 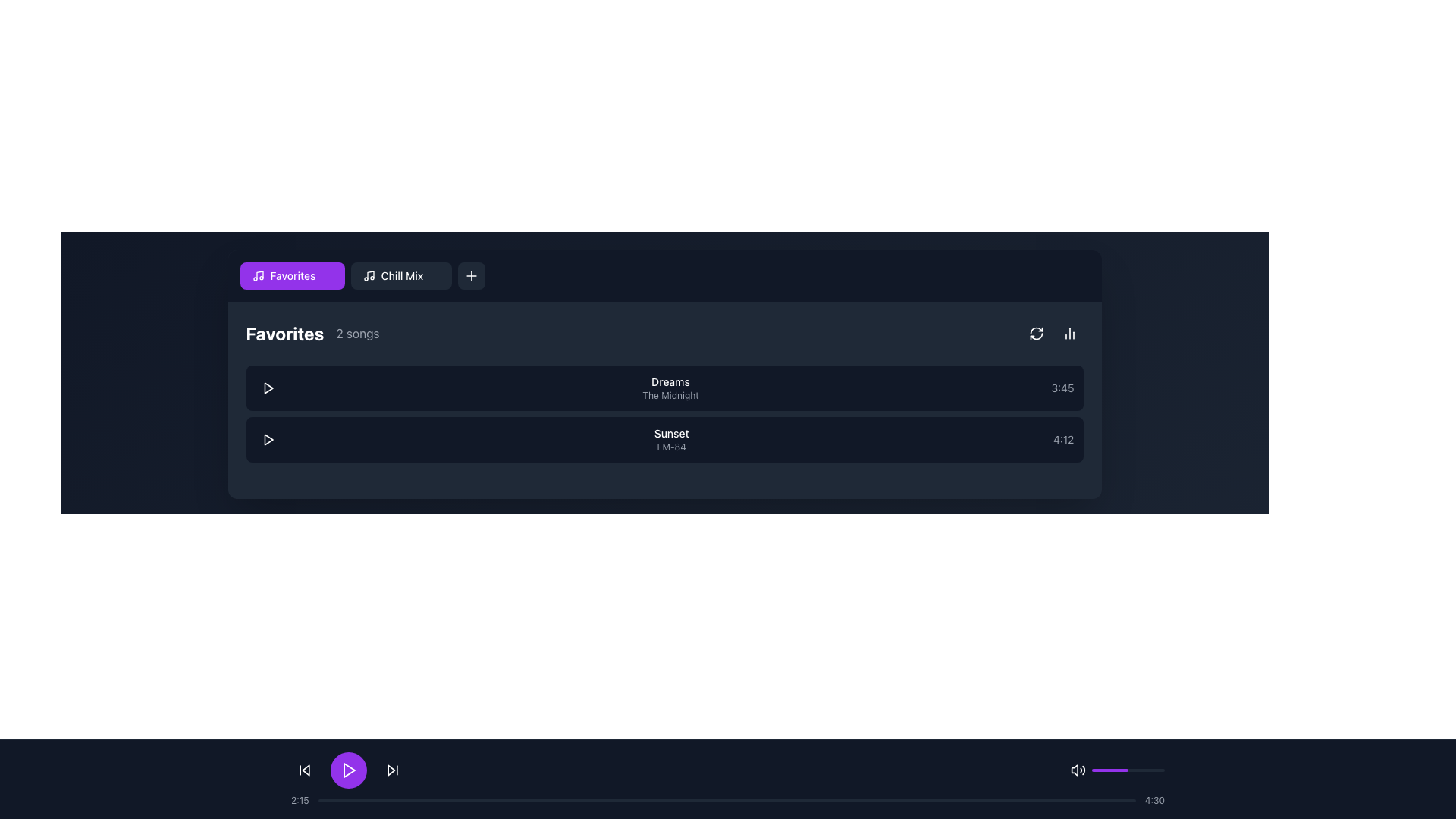 I want to click on the refresh button located on the right-hand side of the header bar for the 'Favorites' section, so click(x=1035, y=332).